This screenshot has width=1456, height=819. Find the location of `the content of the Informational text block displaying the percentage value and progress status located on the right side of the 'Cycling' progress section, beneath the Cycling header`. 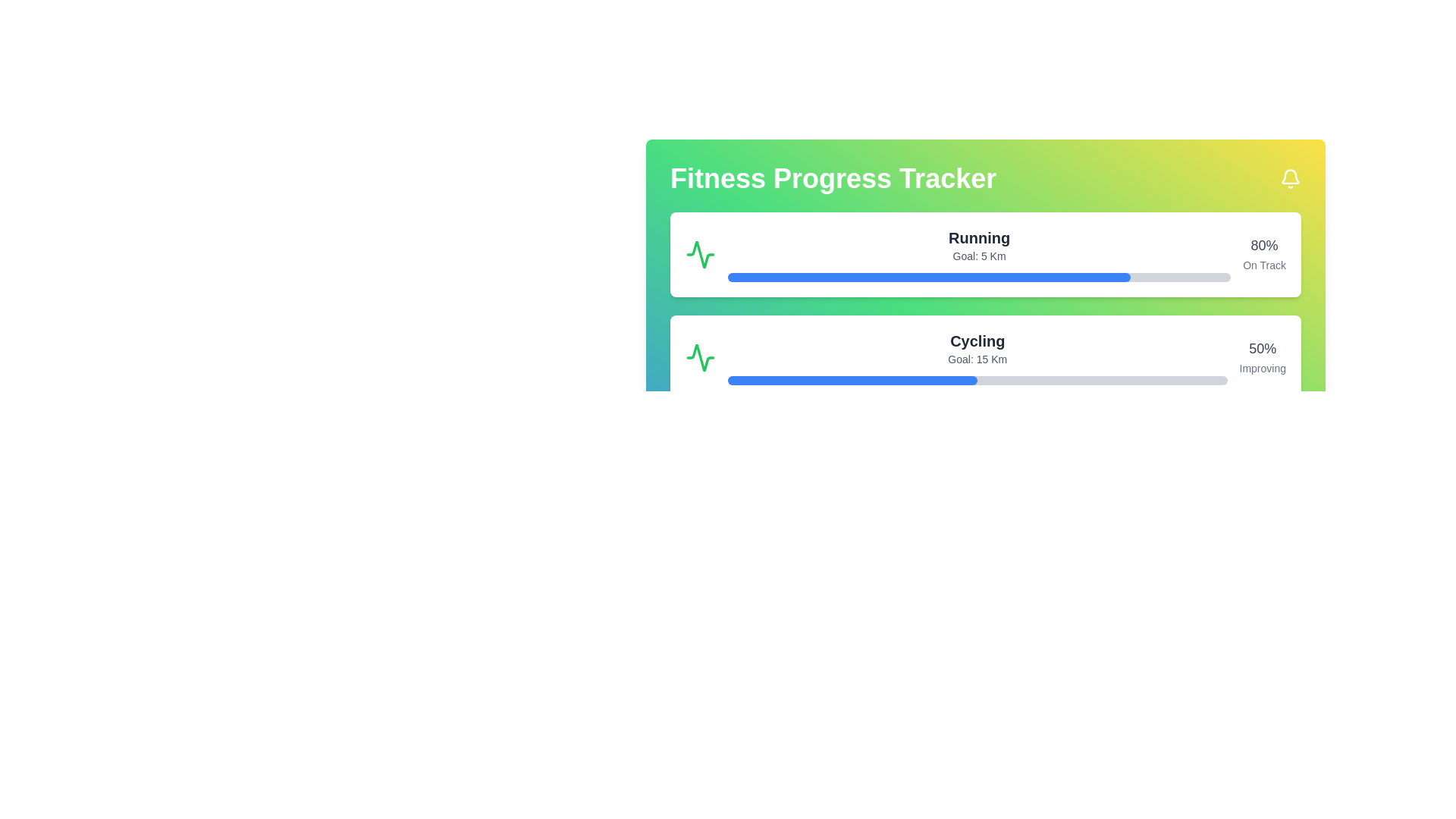

the content of the Informational text block displaying the percentage value and progress status located on the right side of the 'Cycling' progress section, beneath the Cycling header is located at coordinates (1263, 357).